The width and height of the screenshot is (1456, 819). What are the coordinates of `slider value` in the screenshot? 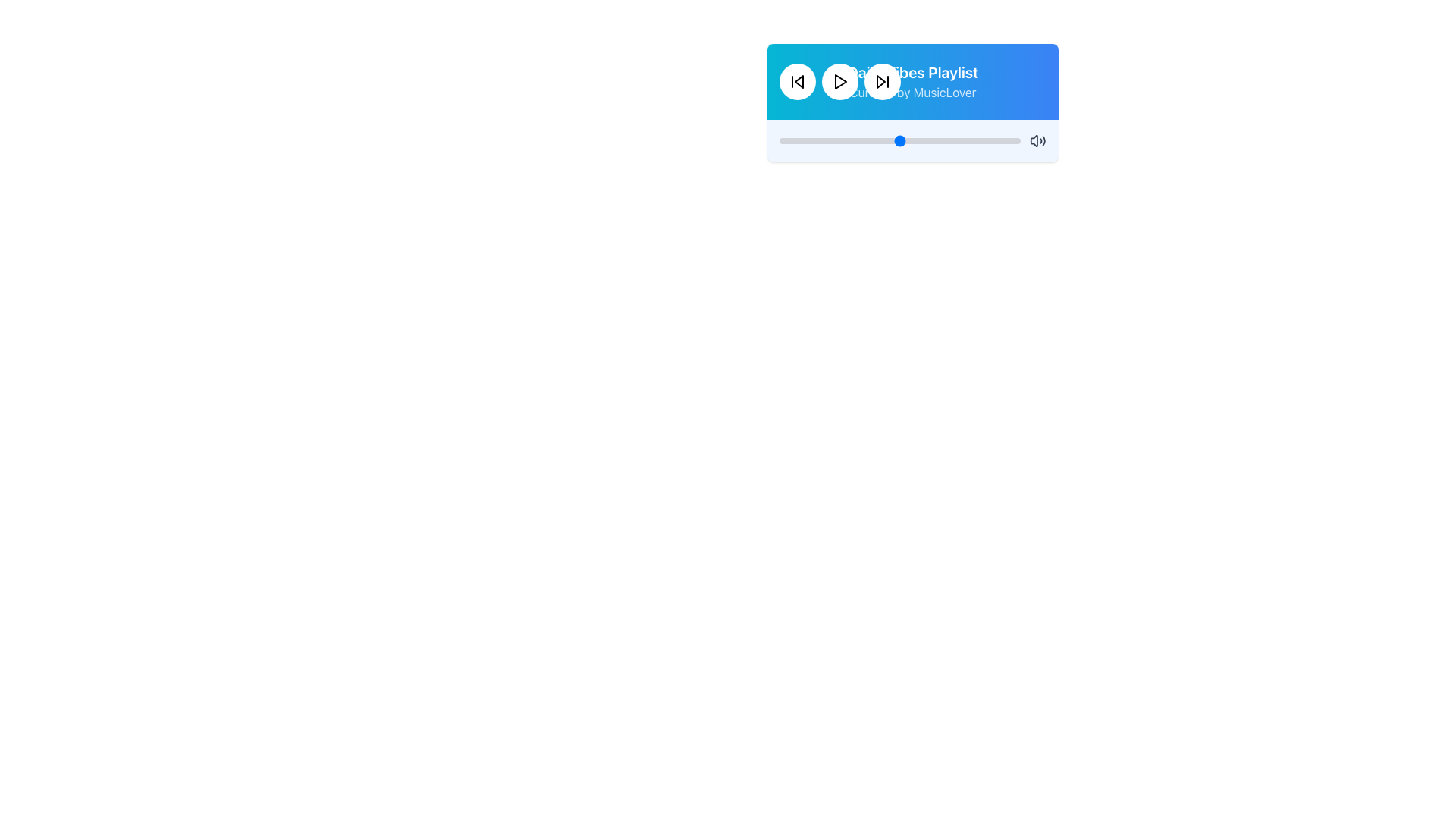 It's located at (897, 140).